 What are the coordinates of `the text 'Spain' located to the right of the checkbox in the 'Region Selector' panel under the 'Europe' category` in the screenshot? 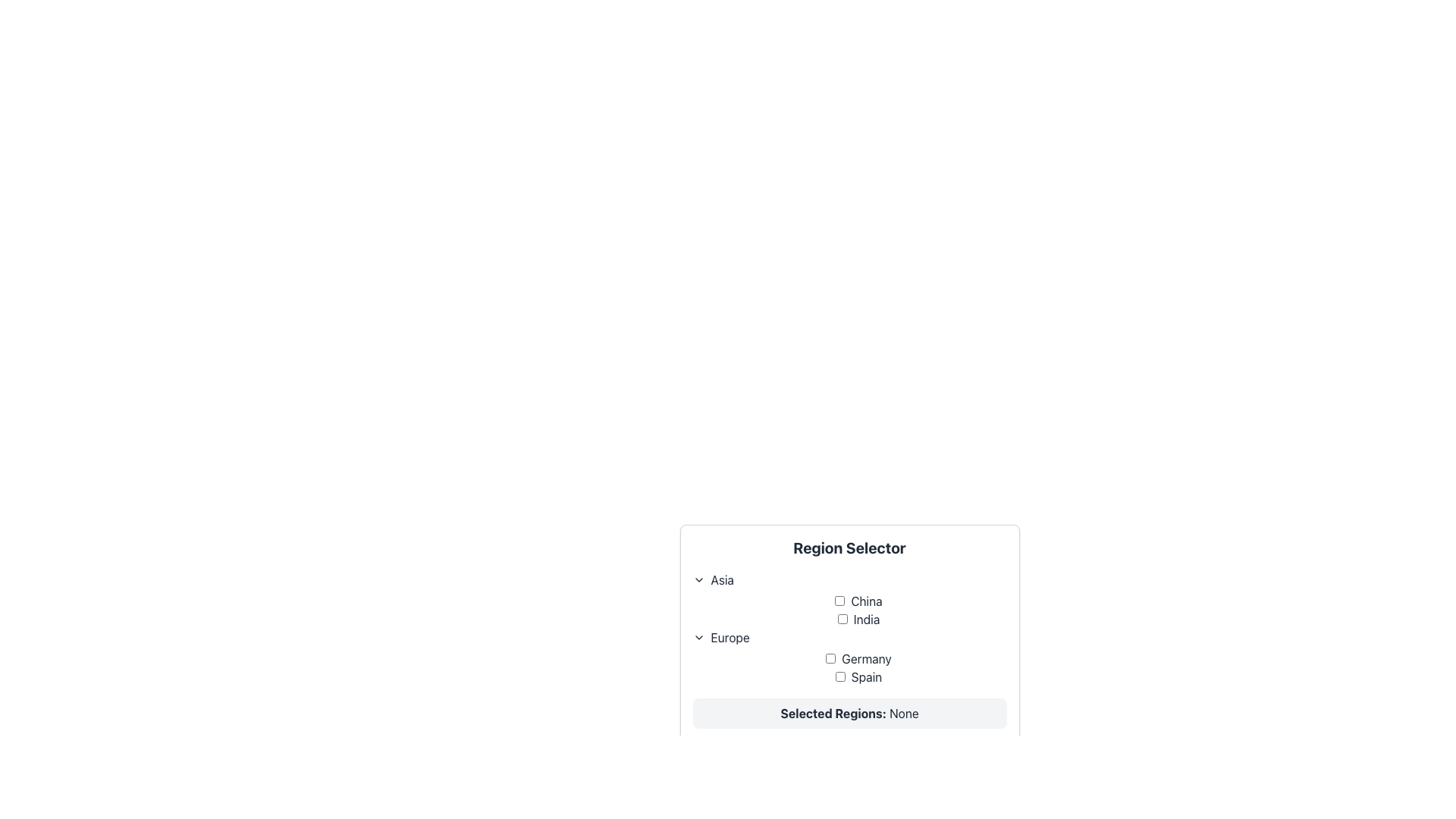 It's located at (858, 676).